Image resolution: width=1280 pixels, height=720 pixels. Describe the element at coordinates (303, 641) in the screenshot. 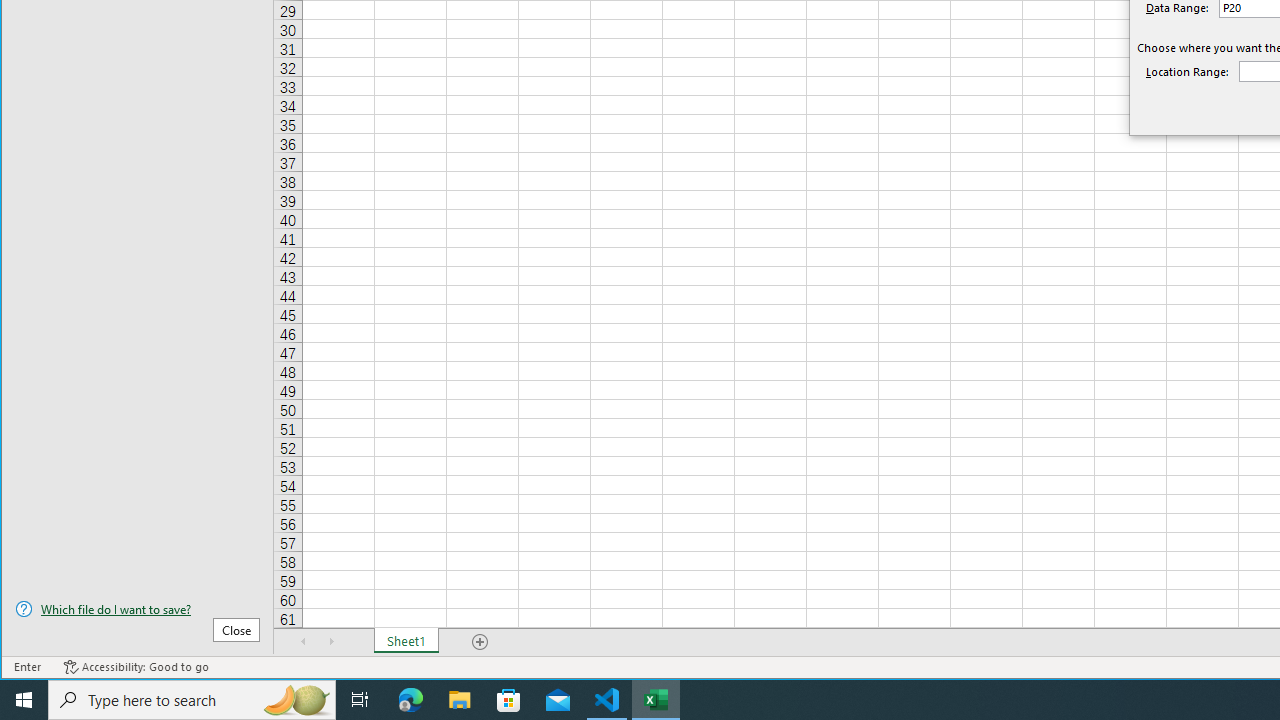

I see `'Scroll Left'` at that location.